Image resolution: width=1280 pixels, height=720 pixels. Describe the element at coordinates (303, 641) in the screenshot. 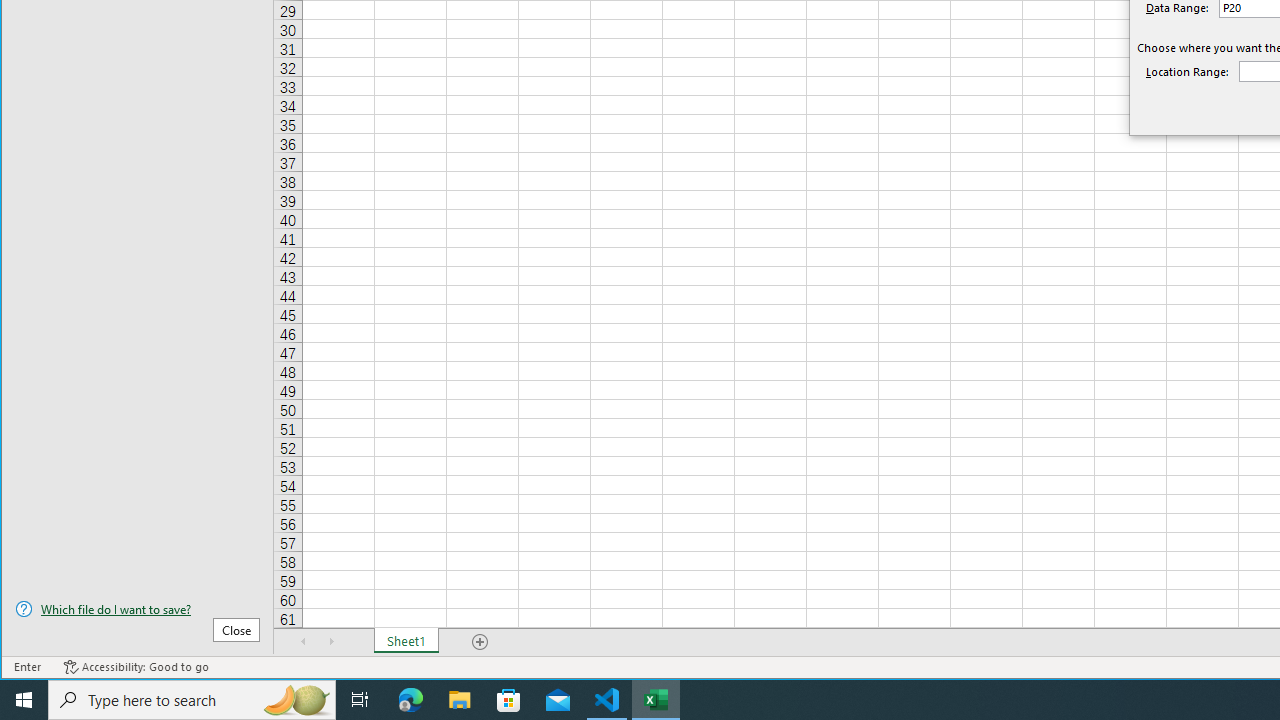

I see `'Scroll Left'` at that location.